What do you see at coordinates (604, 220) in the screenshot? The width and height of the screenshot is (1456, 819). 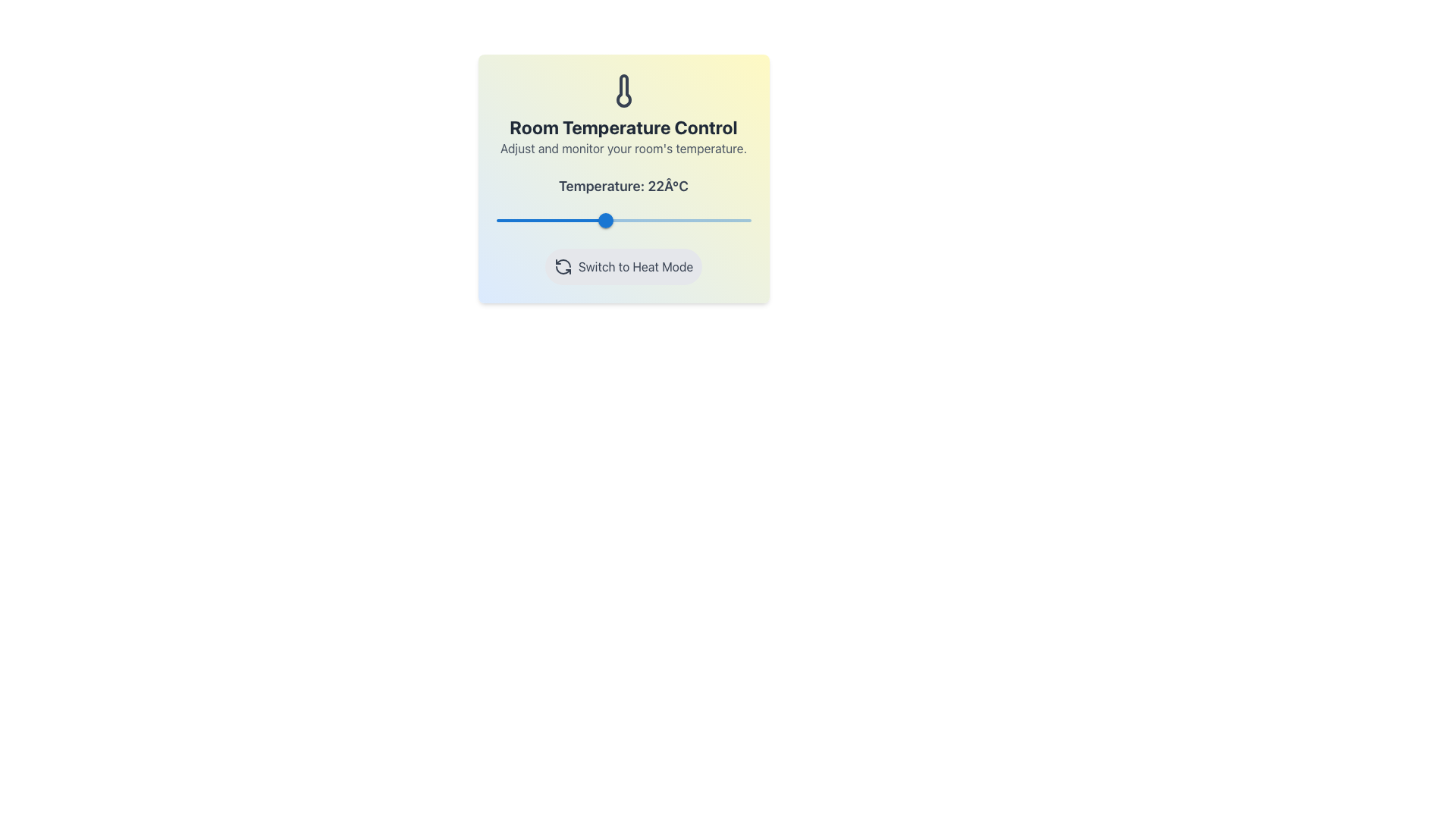 I see `the temperature` at bounding box center [604, 220].